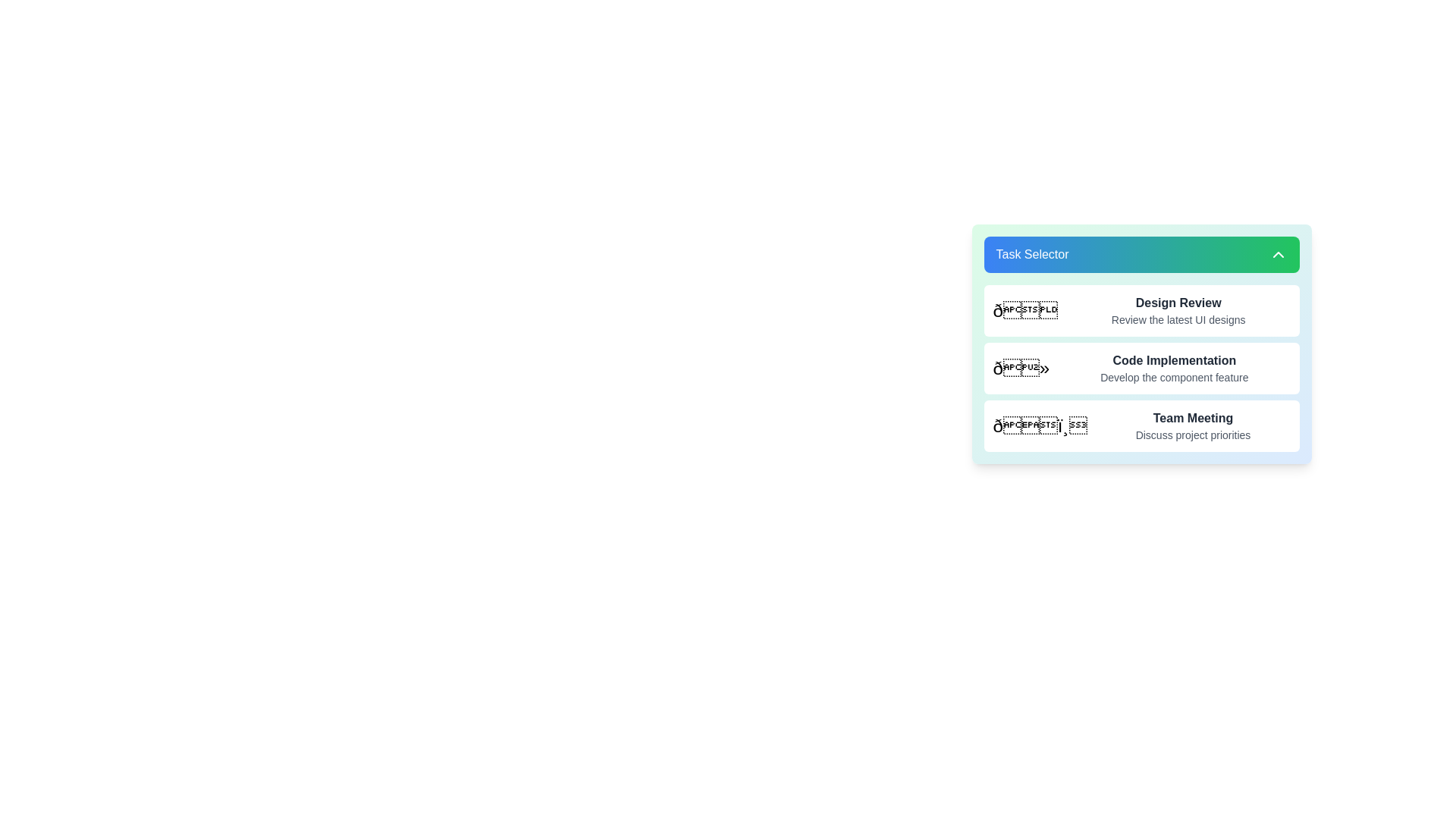 Image resolution: width=1456 pixels, height=819 pixels. Describe the element at coordinates (1141, 344) in the screenshot. I see `a selectable option within the gradient background panel that contains multiple options, which is visually distinct and easy to identify` at that location.